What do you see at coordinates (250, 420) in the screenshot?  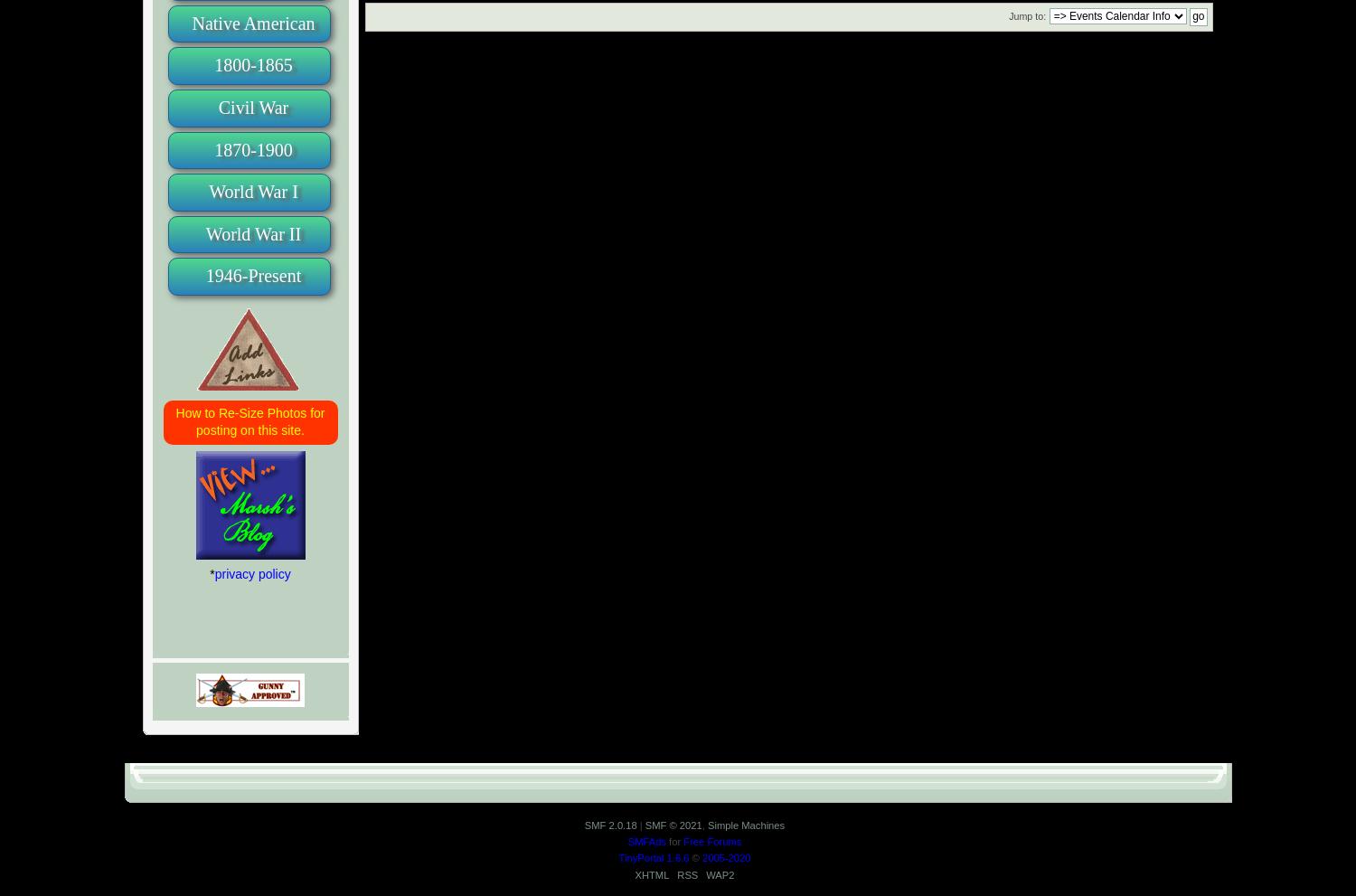 I see `'How to Re-Size Photos for posting on this site.'` at bounding box center [250, 420].